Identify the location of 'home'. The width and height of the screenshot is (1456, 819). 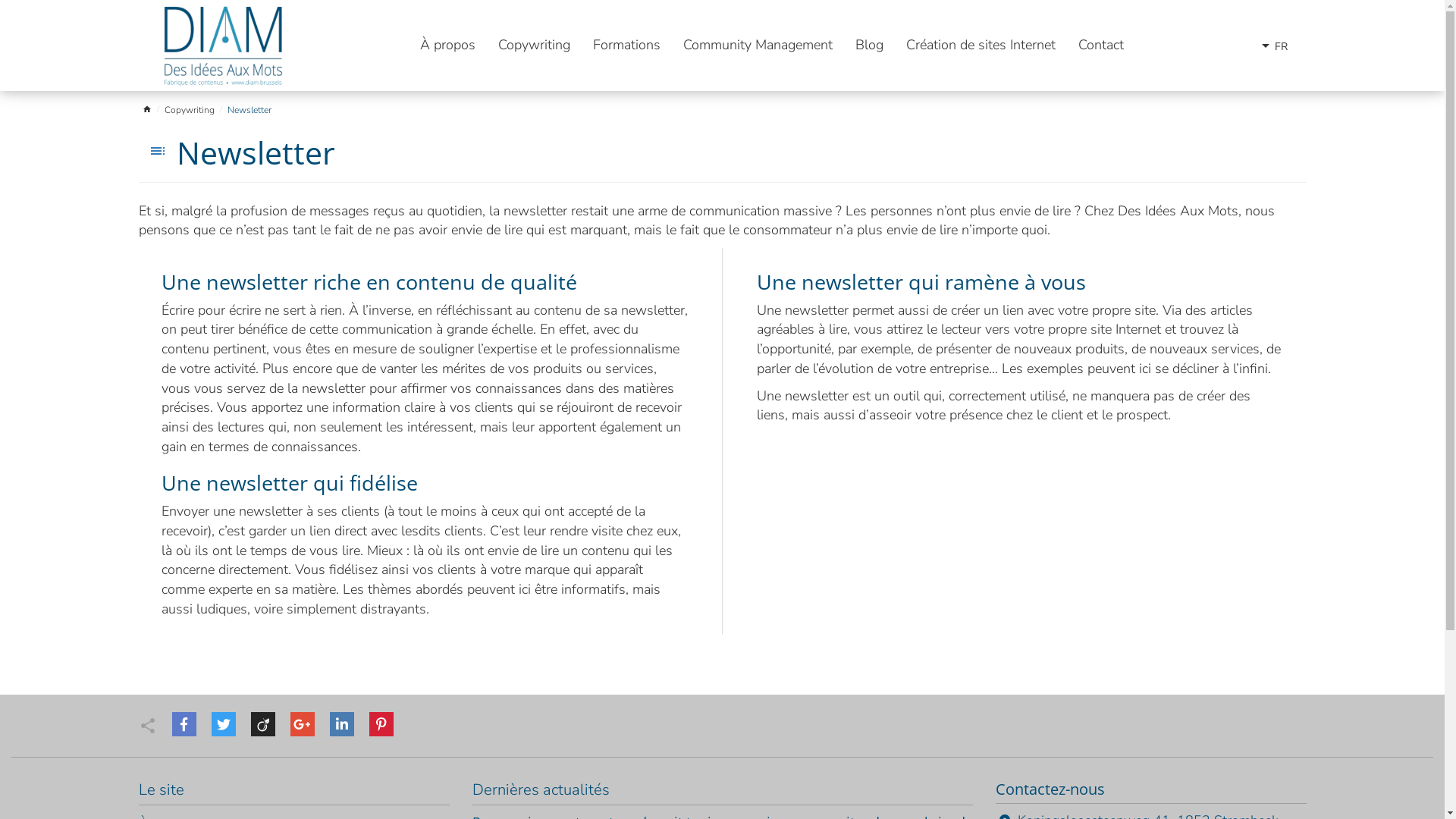
(146, 109).